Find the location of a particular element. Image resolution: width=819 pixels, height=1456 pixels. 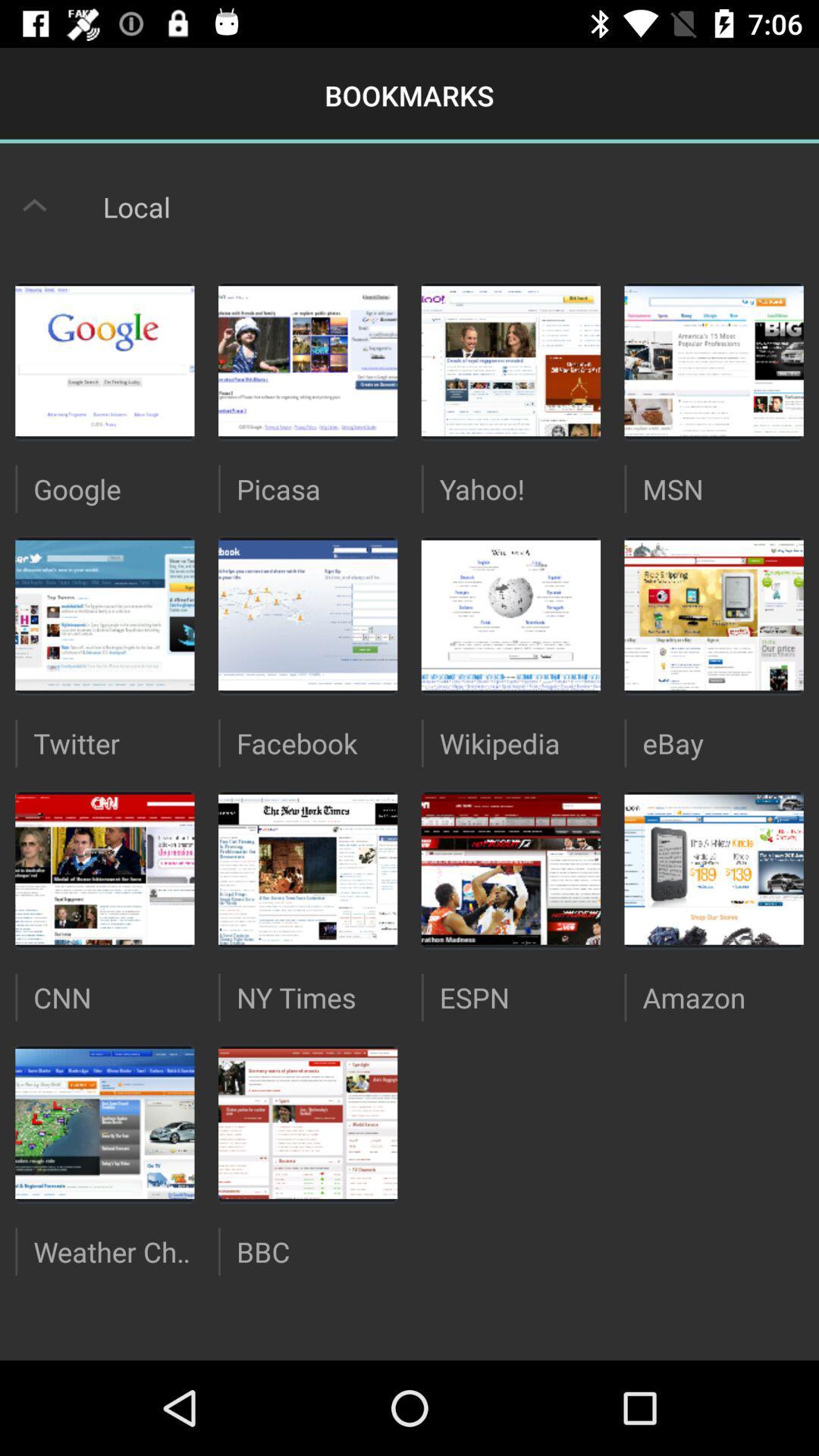

image above the text espn is located at coordinates (511, 870).